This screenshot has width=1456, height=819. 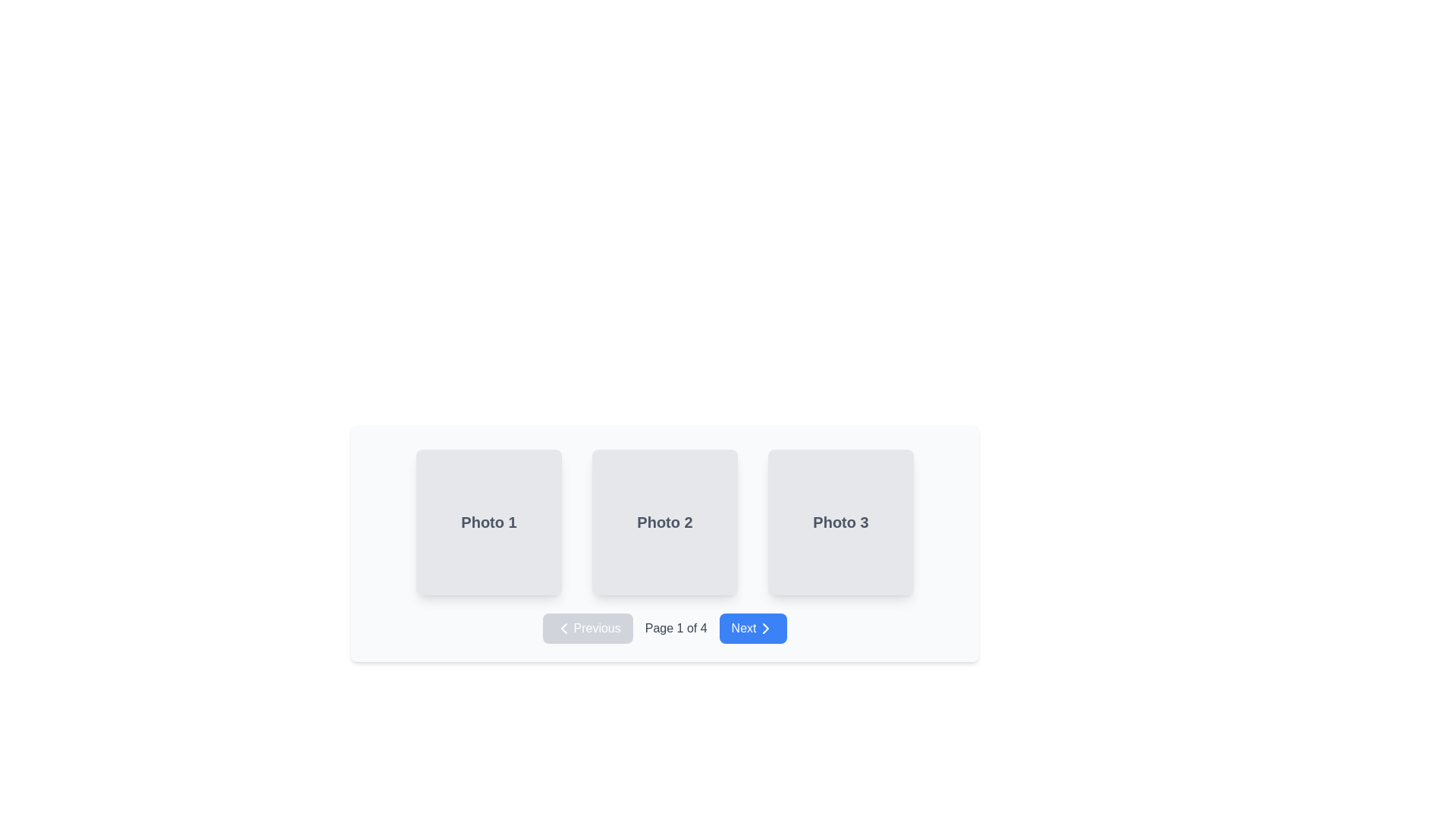 I want to click on the static text label displaying the current page number and total pages in the paginated interface, which is centrally located between the 'Previous' and 'Next' buttons, so click(x=675, y=629).